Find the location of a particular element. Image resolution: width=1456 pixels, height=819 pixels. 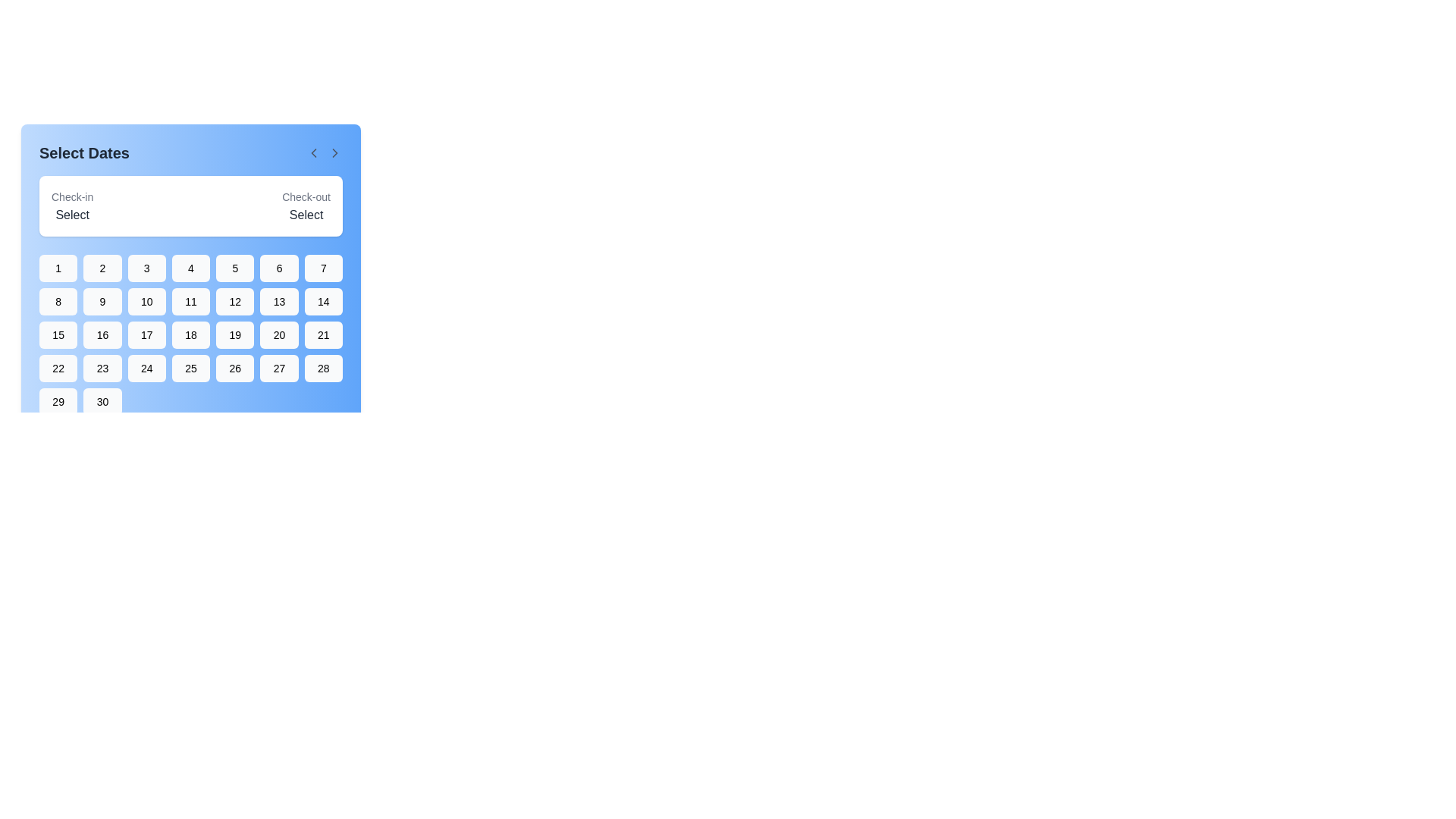

the button labeled '11' in the date picker interface is located at coordinates (190, 301).